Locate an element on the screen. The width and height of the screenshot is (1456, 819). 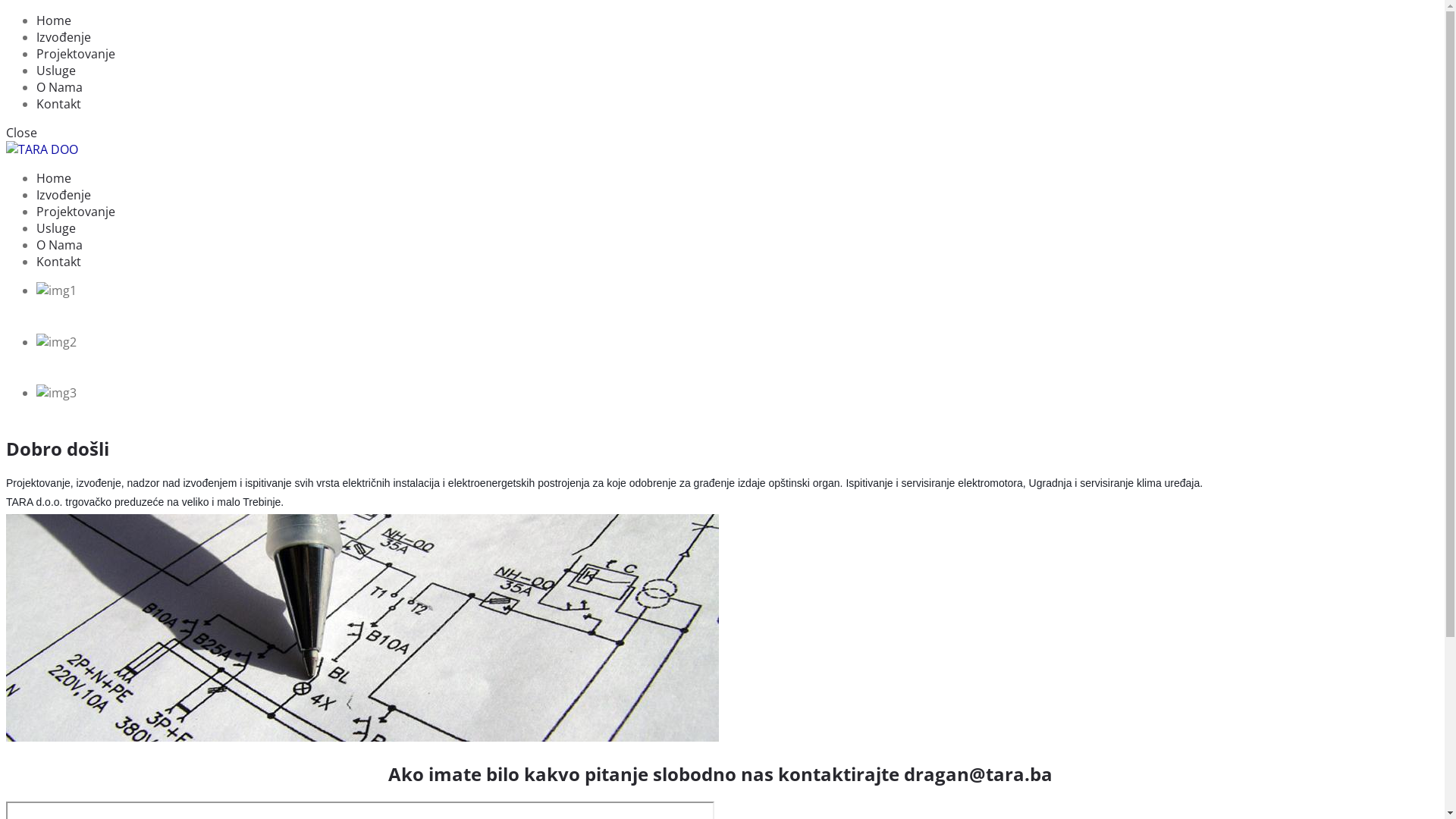
'Projektovanje' is located at coordinates (75, 211).